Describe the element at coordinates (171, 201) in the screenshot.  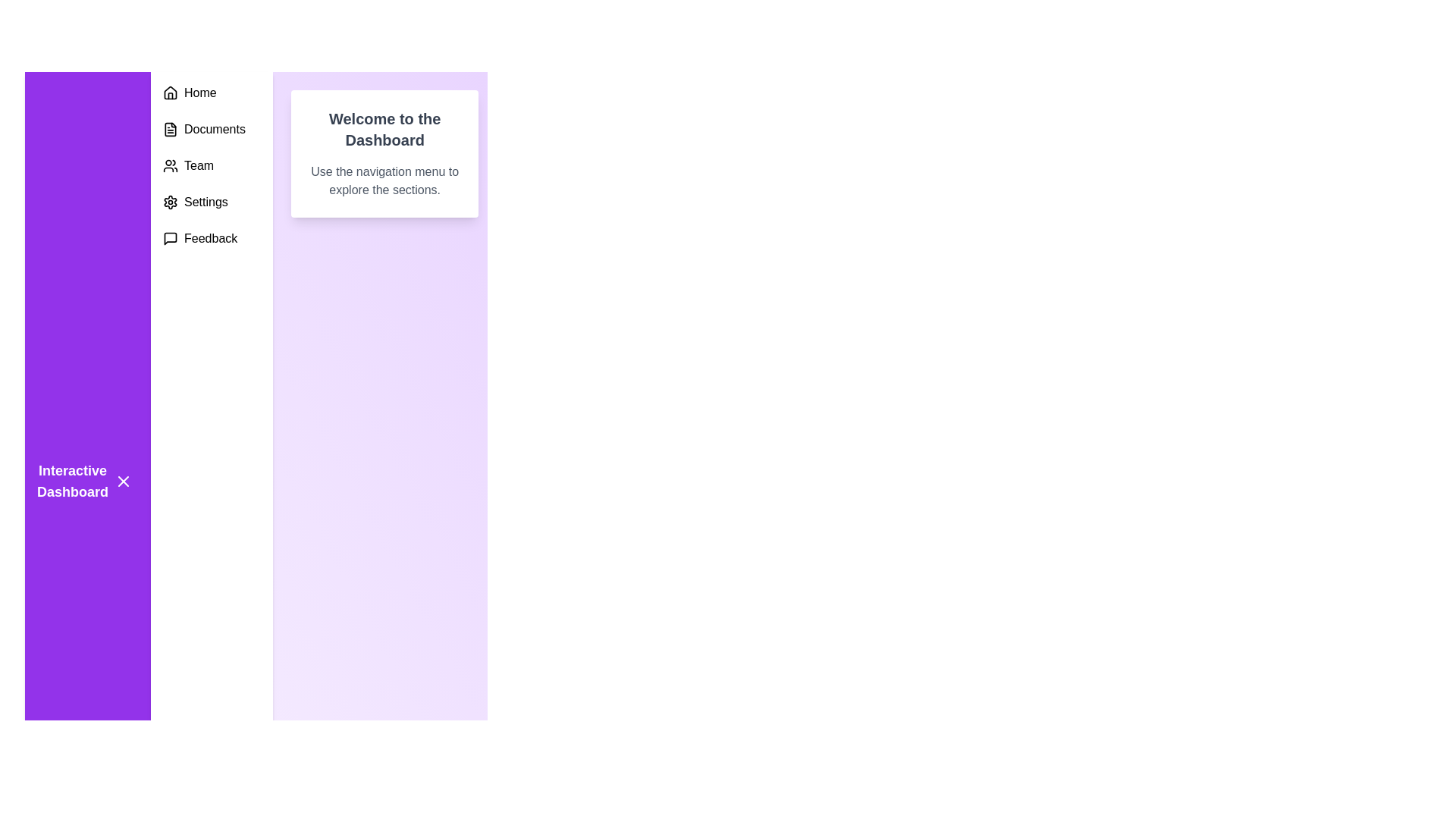
I see `the settings gear icon located in the vertical navigation sidebar` at that location.